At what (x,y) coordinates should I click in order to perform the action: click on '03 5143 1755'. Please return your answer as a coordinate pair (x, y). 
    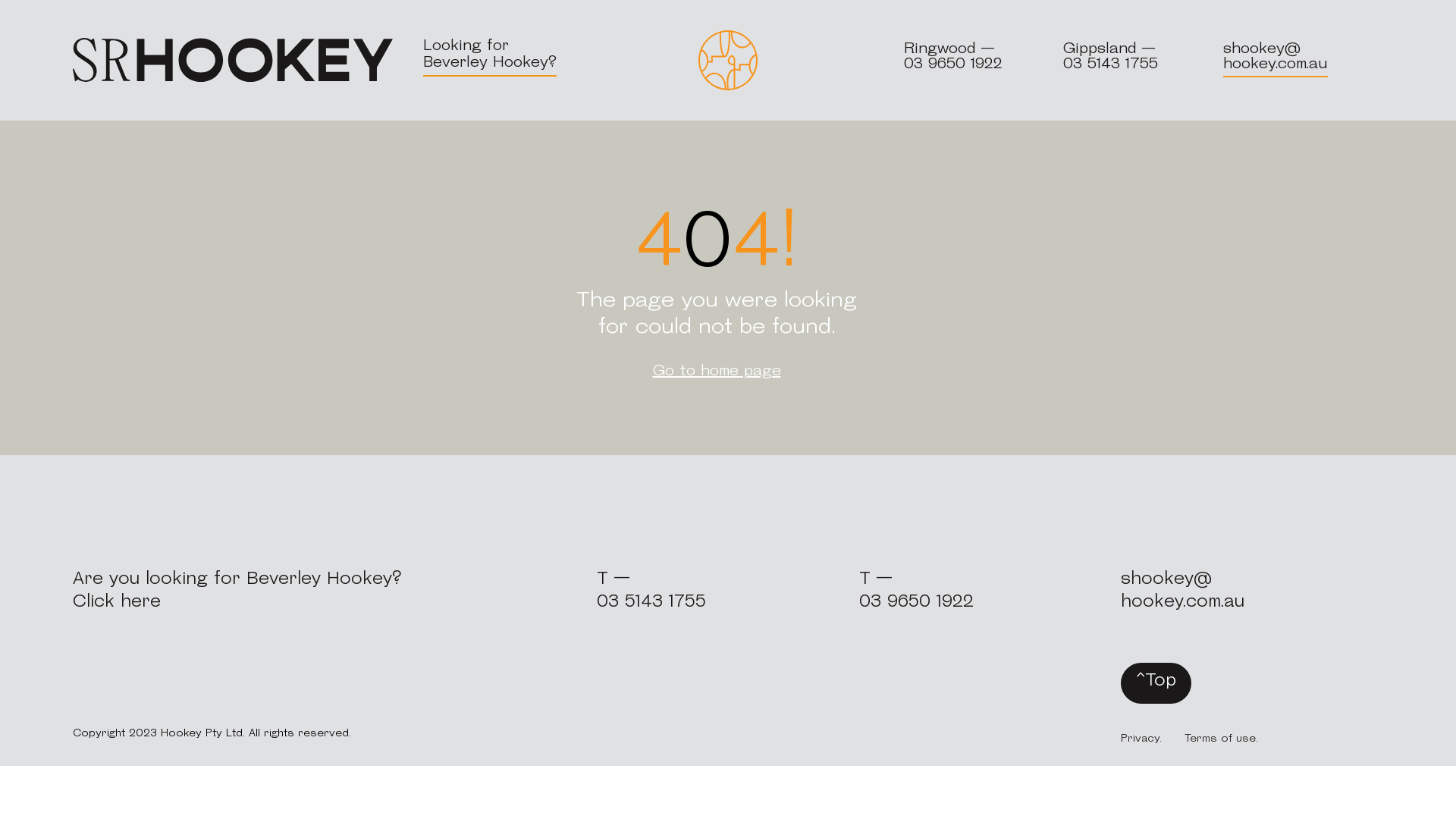
    Looking at the image, I should click on (651, 601).